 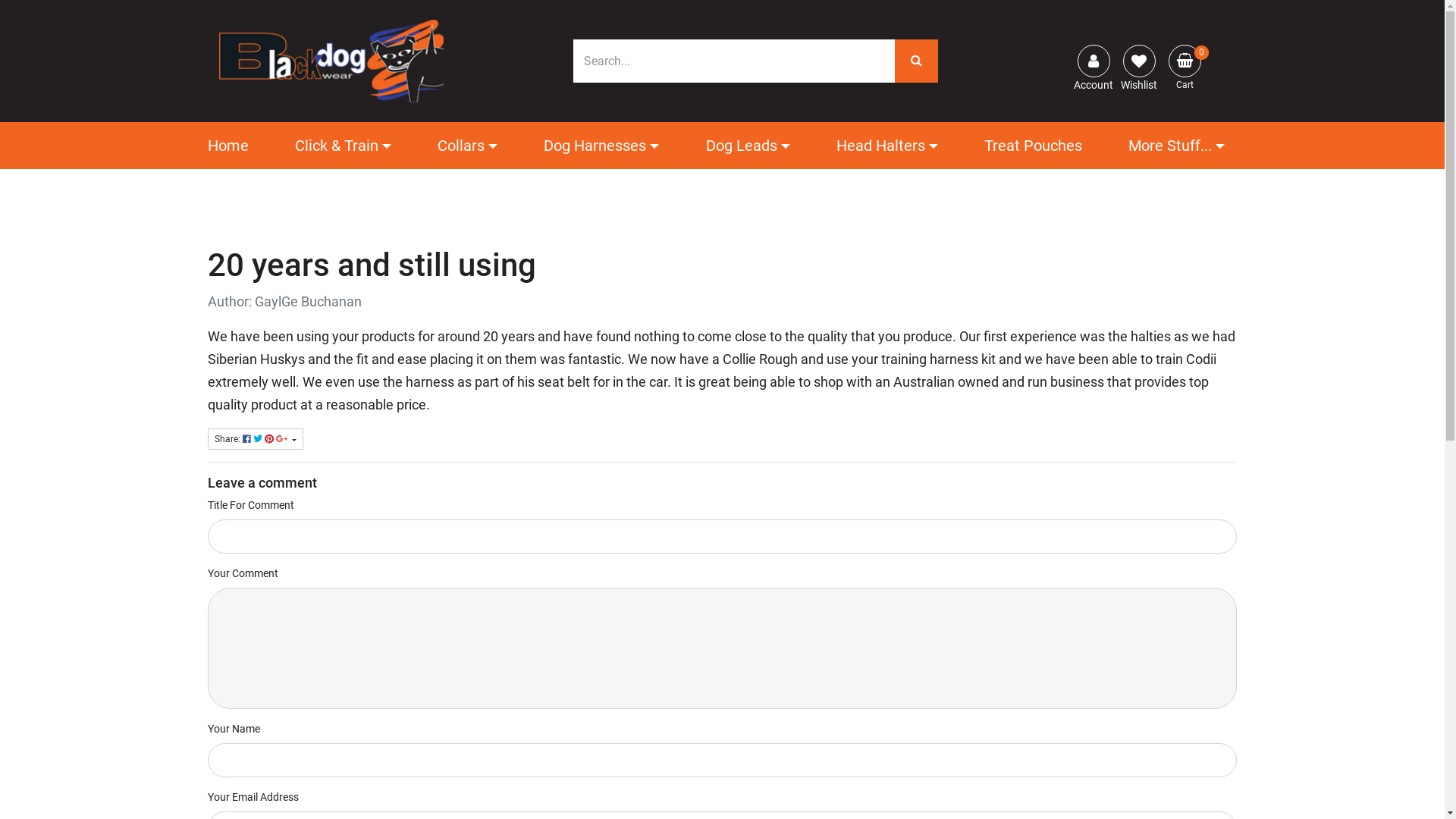 What do you see at coordinates (887, 146) in the screenshot?
I see `'Head Halters'` at bounding box center [887, 146].